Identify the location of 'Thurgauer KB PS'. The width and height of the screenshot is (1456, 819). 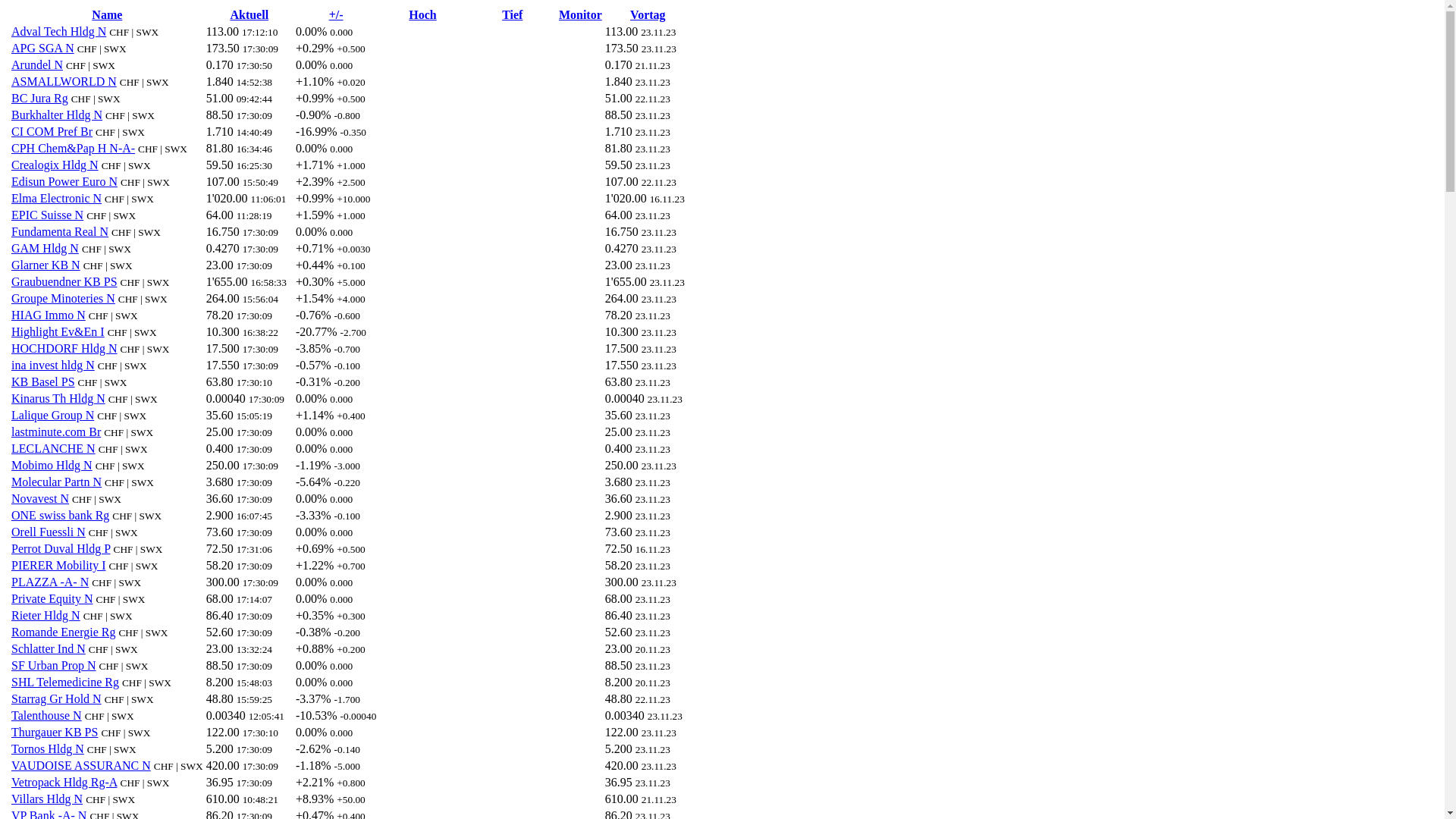
(55, 731).